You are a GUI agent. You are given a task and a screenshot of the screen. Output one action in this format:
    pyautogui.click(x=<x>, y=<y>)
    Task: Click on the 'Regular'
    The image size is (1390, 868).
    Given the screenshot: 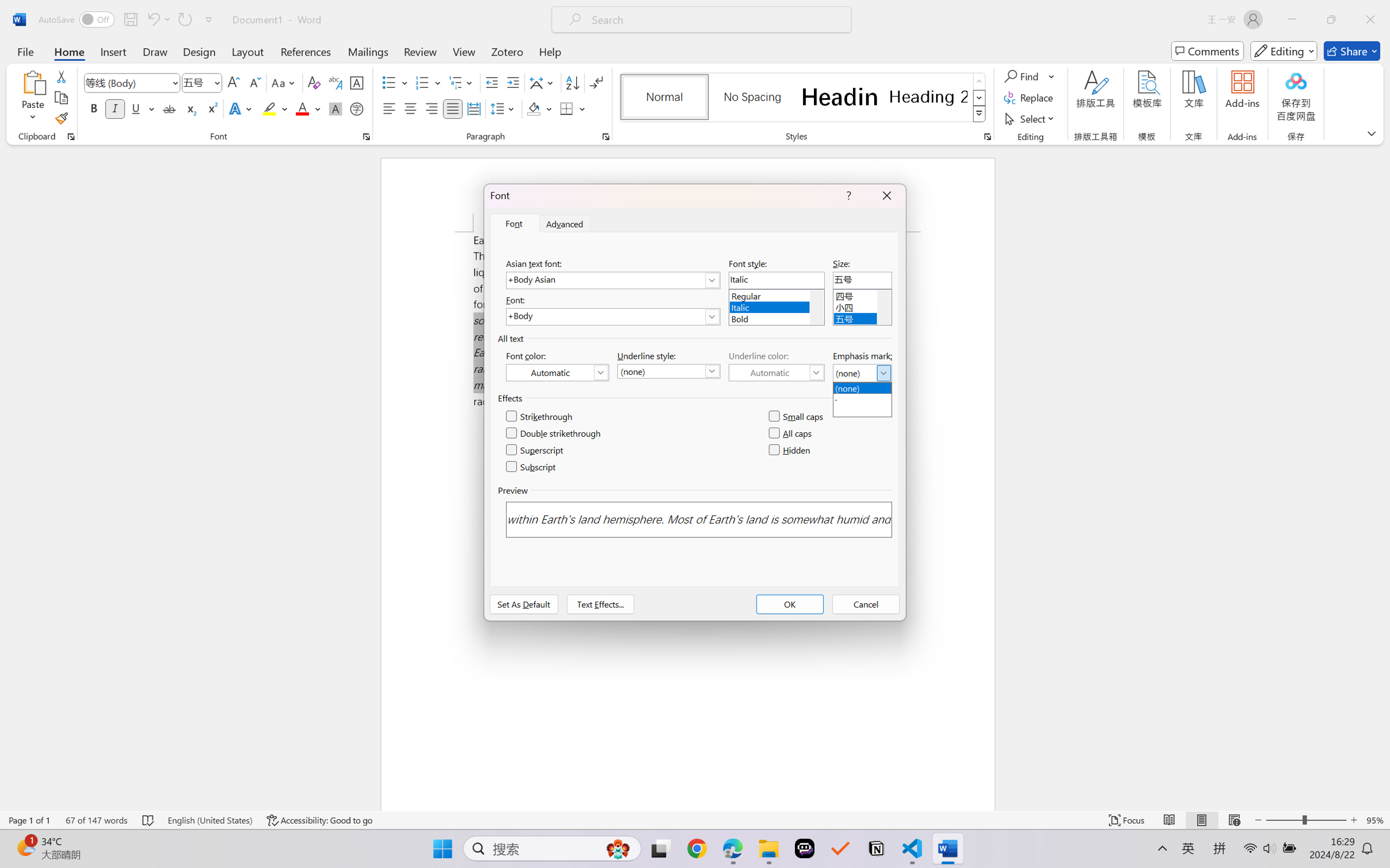 What is the action you would take?
    pyautogui.click(x=775, y=294)
    